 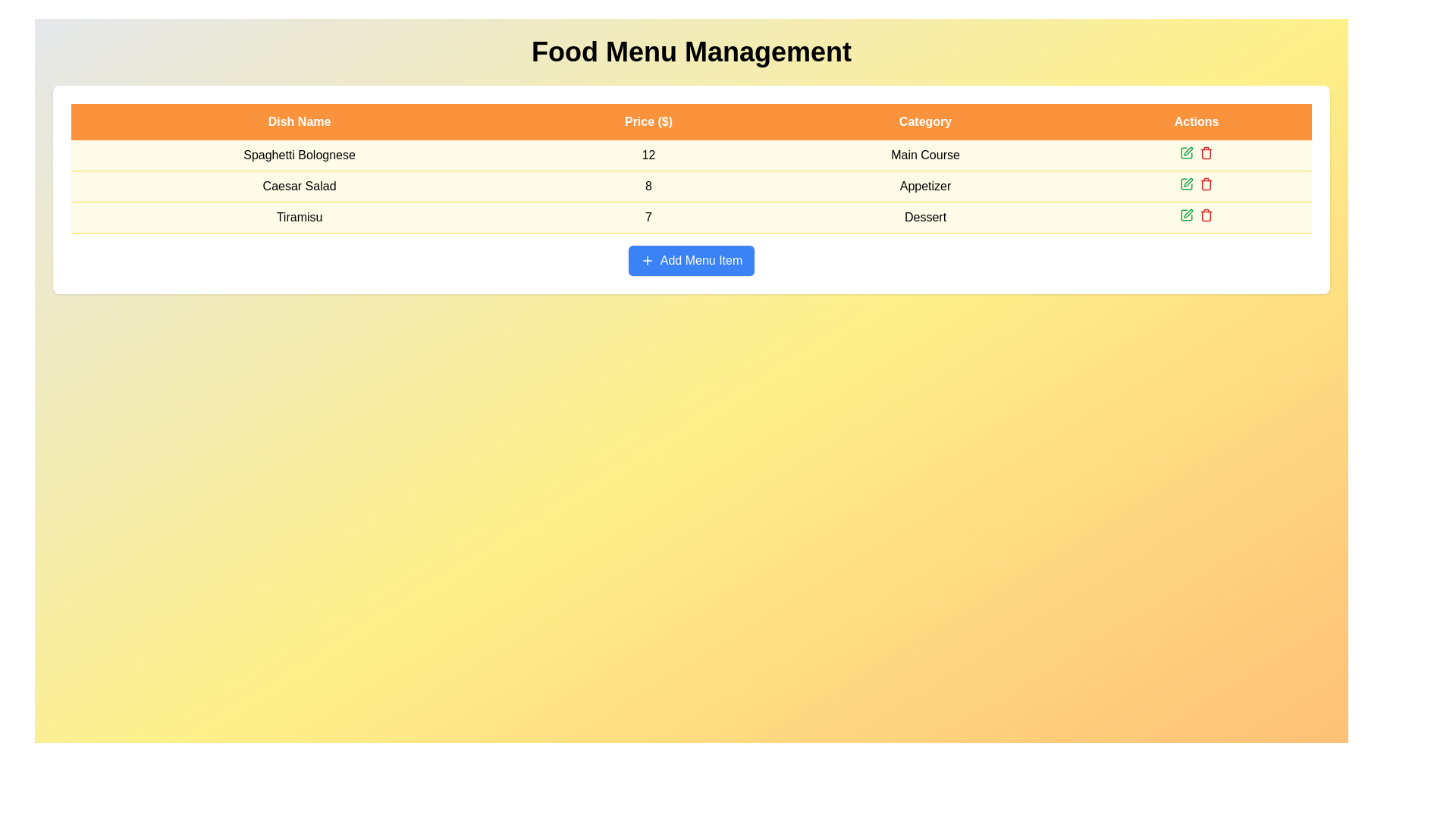 I want to click on the third row of the table displaying food menu items, which contains the dish name 'Tiramisu', price '7', and category 'Dessert', so click(x=691, y=217).